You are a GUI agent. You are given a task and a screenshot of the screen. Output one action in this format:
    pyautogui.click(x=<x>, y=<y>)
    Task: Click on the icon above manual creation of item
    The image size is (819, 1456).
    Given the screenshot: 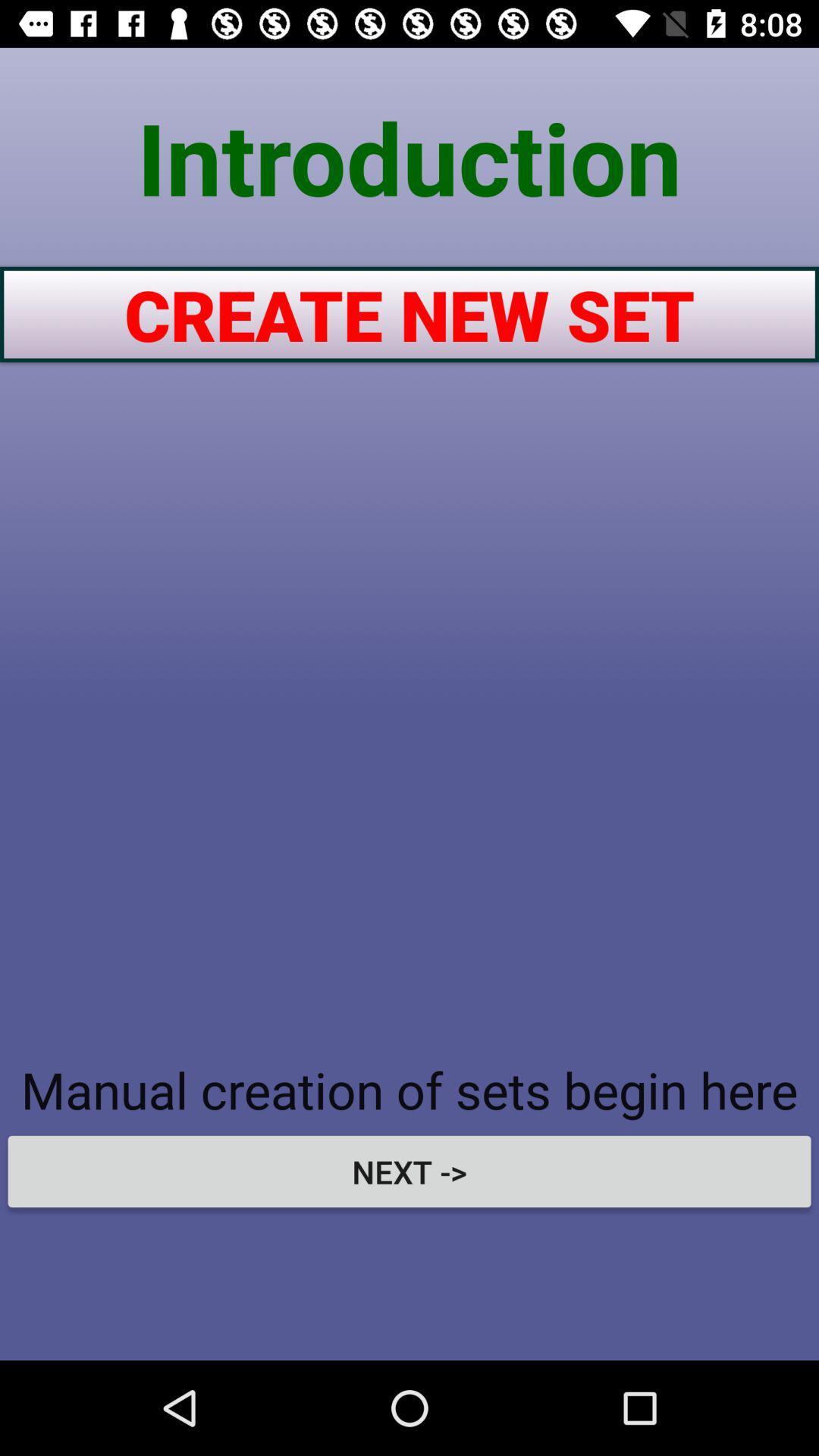 What is the action you would take?
    pyautogui.click(x=409, y=313)
    